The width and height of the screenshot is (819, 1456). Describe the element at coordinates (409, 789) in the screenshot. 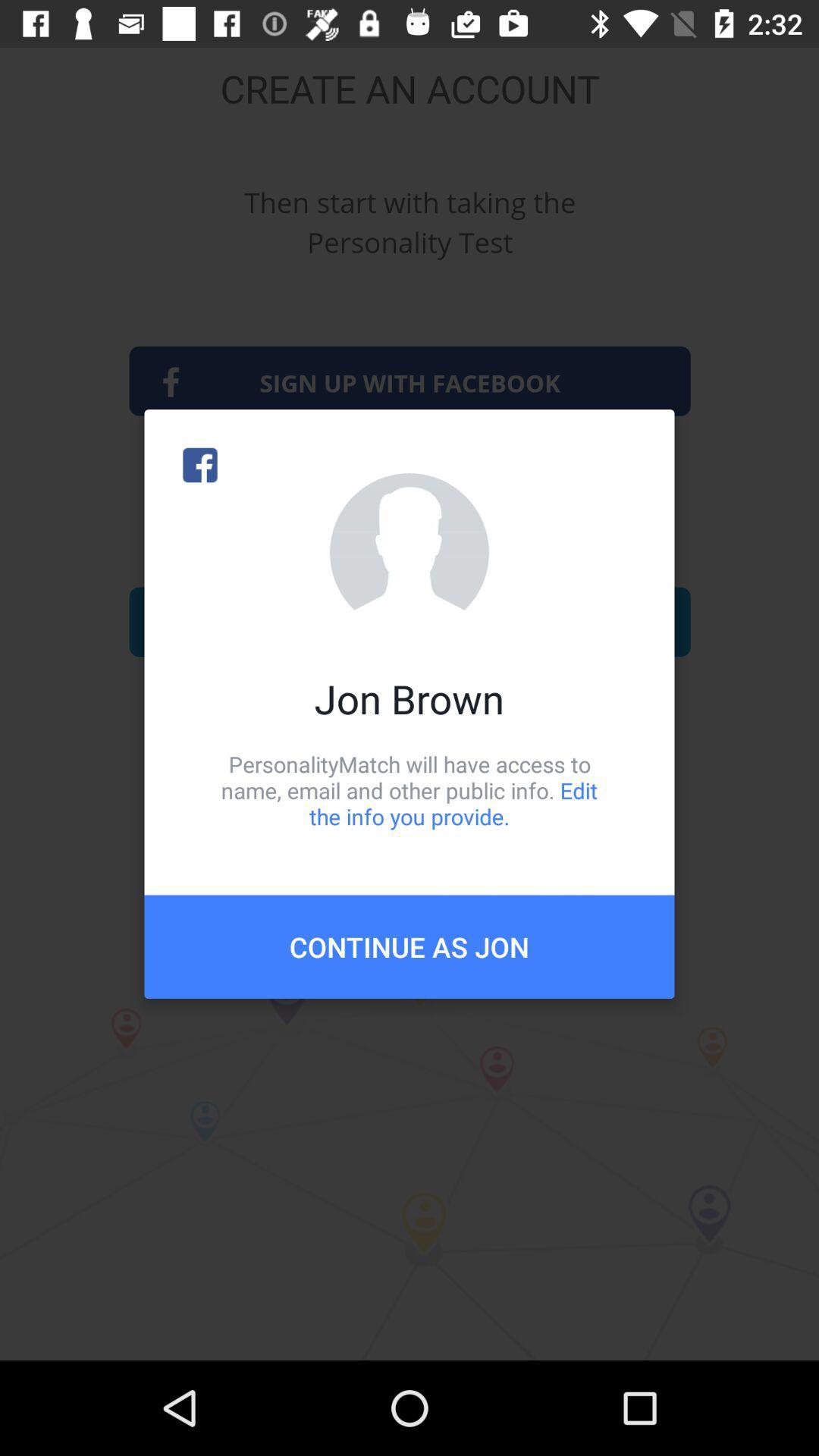

I see `personalitymatch will have icon` at that location.